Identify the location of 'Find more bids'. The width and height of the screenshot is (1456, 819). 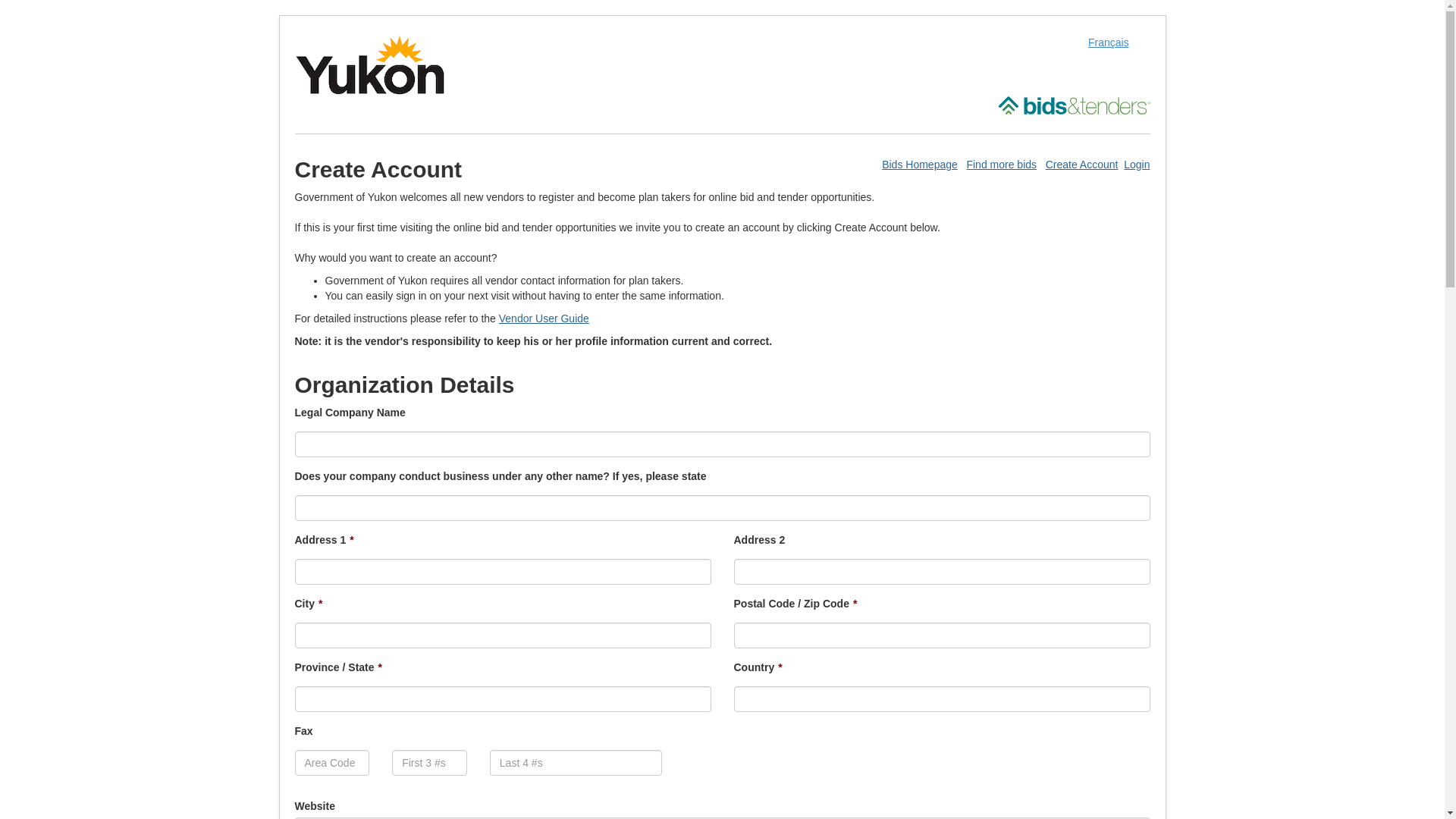
(965, 164).